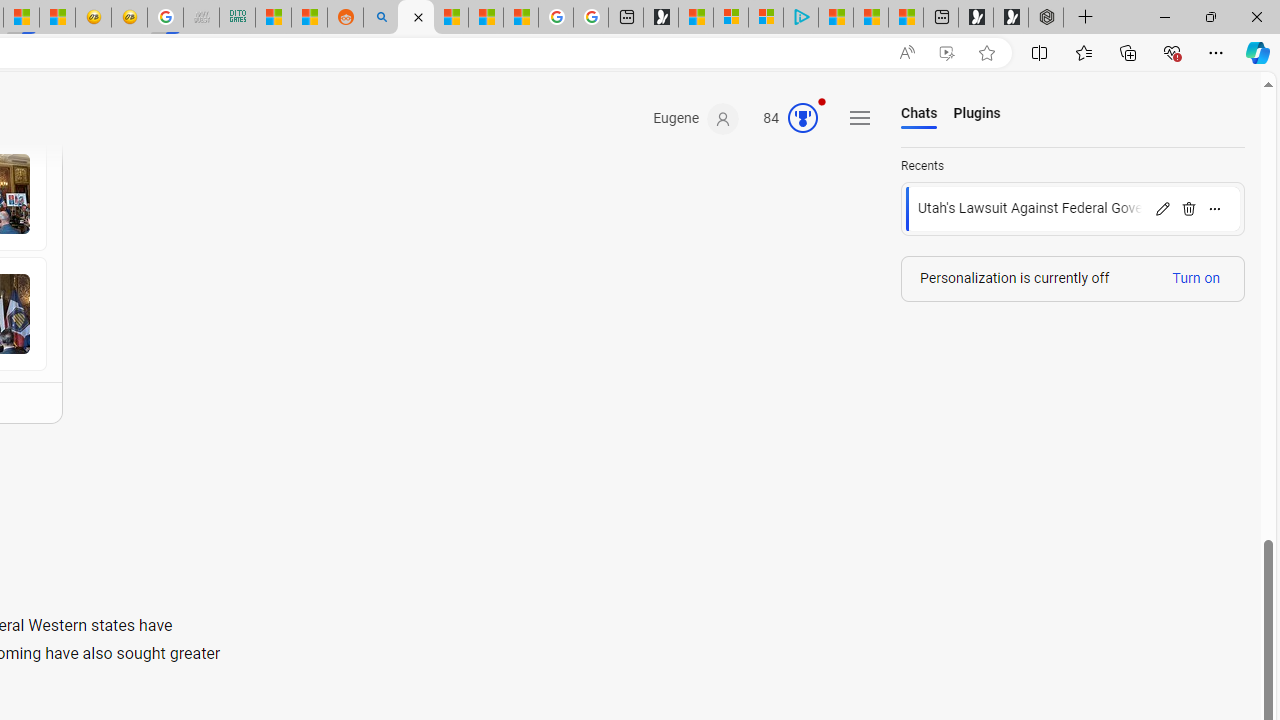  Describe the element at coordinates (415, 17) in the screenshot. I see `'Microsoft Copilot in Bing'` at that location.